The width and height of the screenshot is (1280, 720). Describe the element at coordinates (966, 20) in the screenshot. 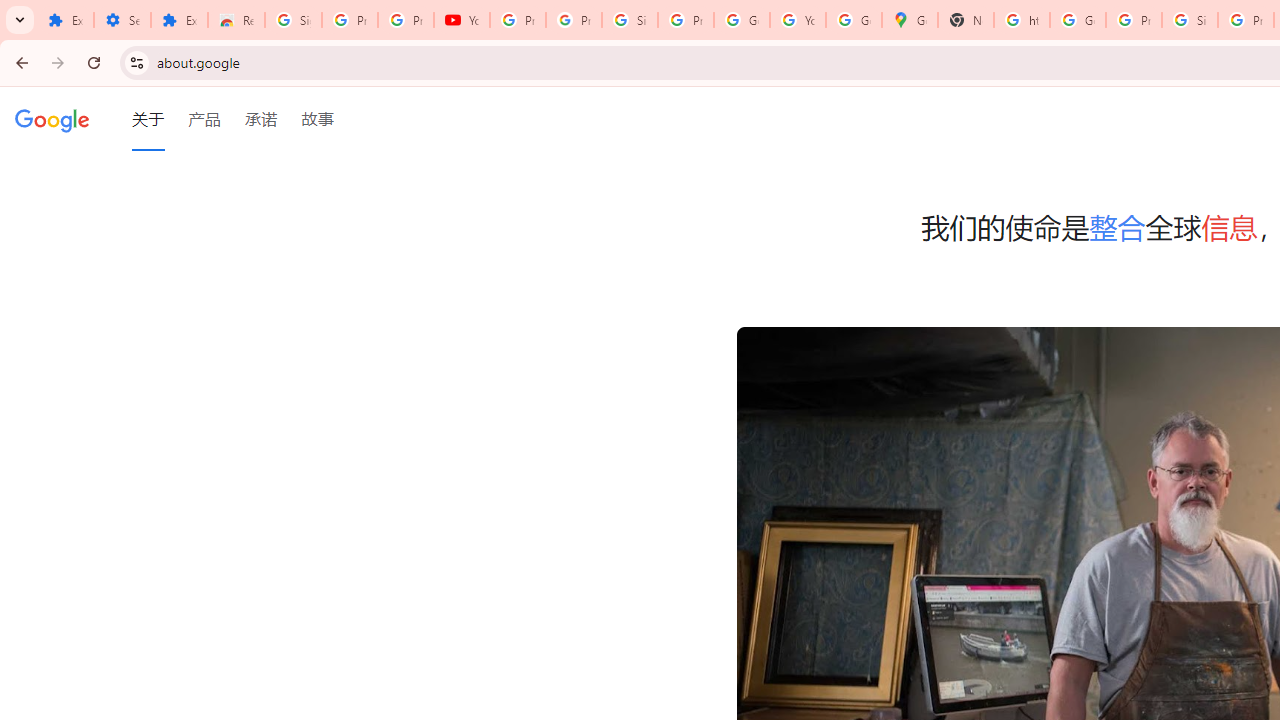

I see `'New Tab'` at that location.